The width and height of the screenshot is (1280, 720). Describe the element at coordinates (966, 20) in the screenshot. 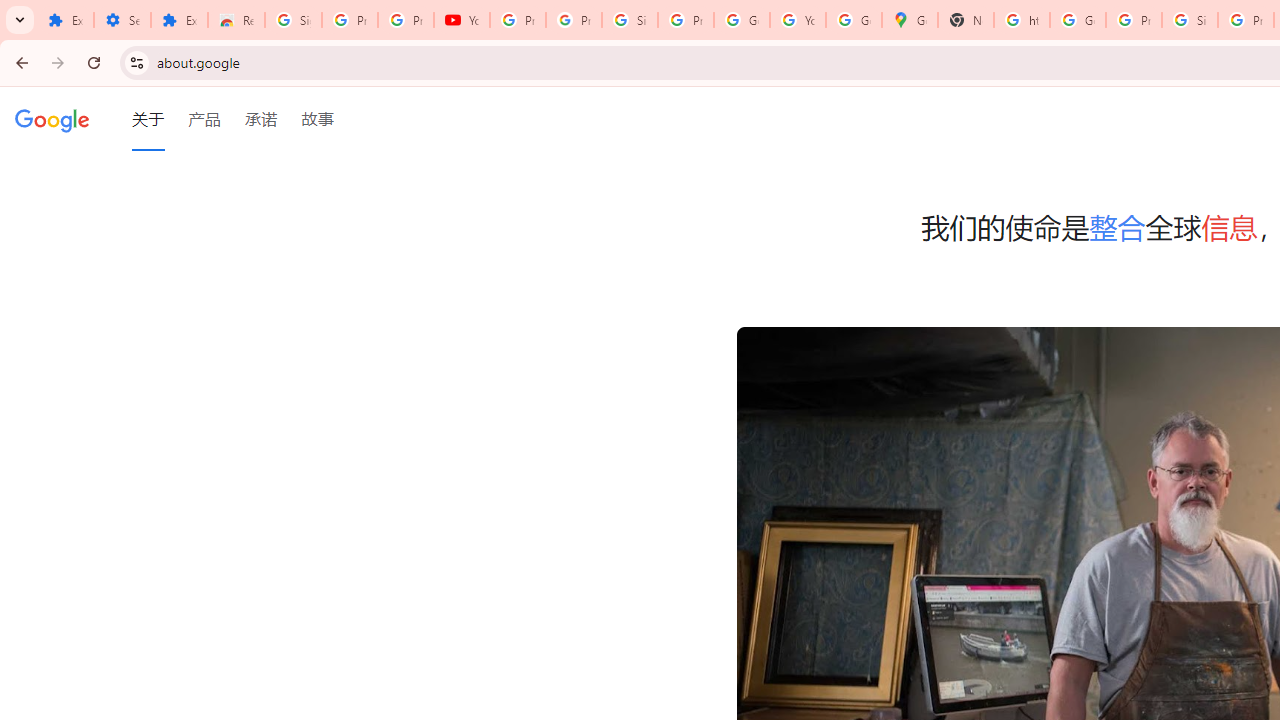

I see `'New Tab'` at that location.